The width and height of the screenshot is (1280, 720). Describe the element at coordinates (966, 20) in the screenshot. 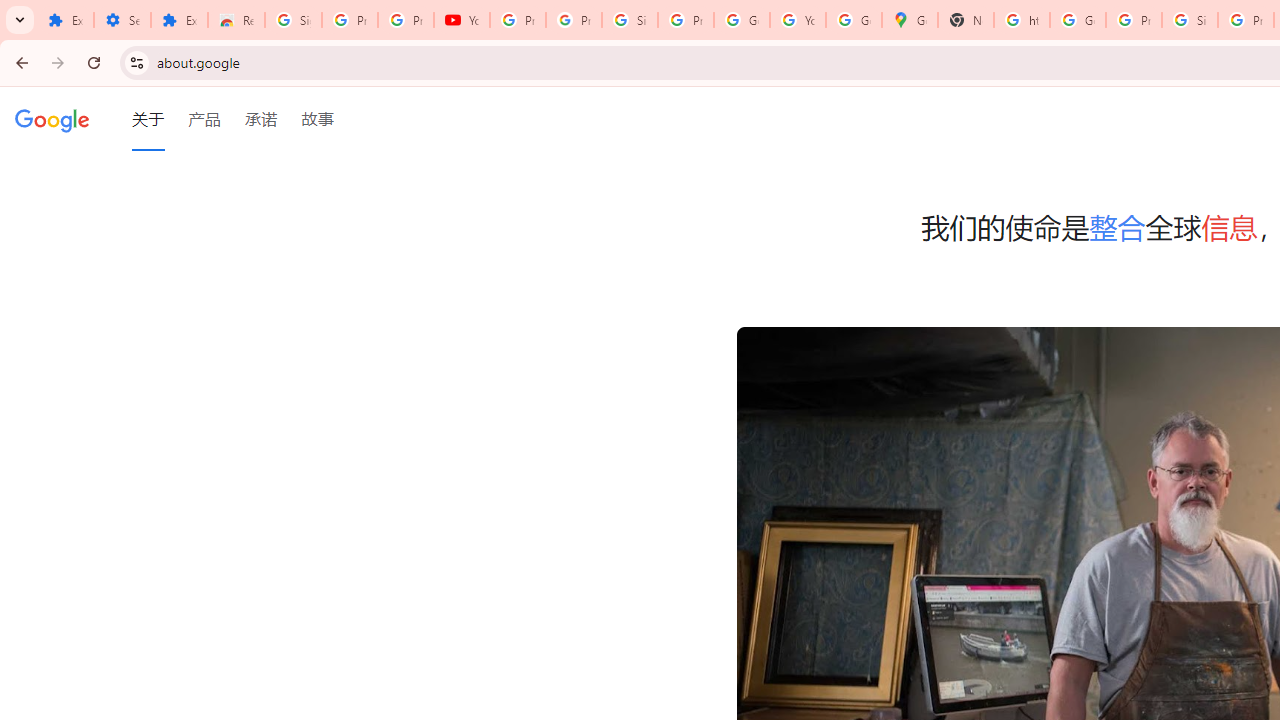

I see `'New Tab'` at that location.